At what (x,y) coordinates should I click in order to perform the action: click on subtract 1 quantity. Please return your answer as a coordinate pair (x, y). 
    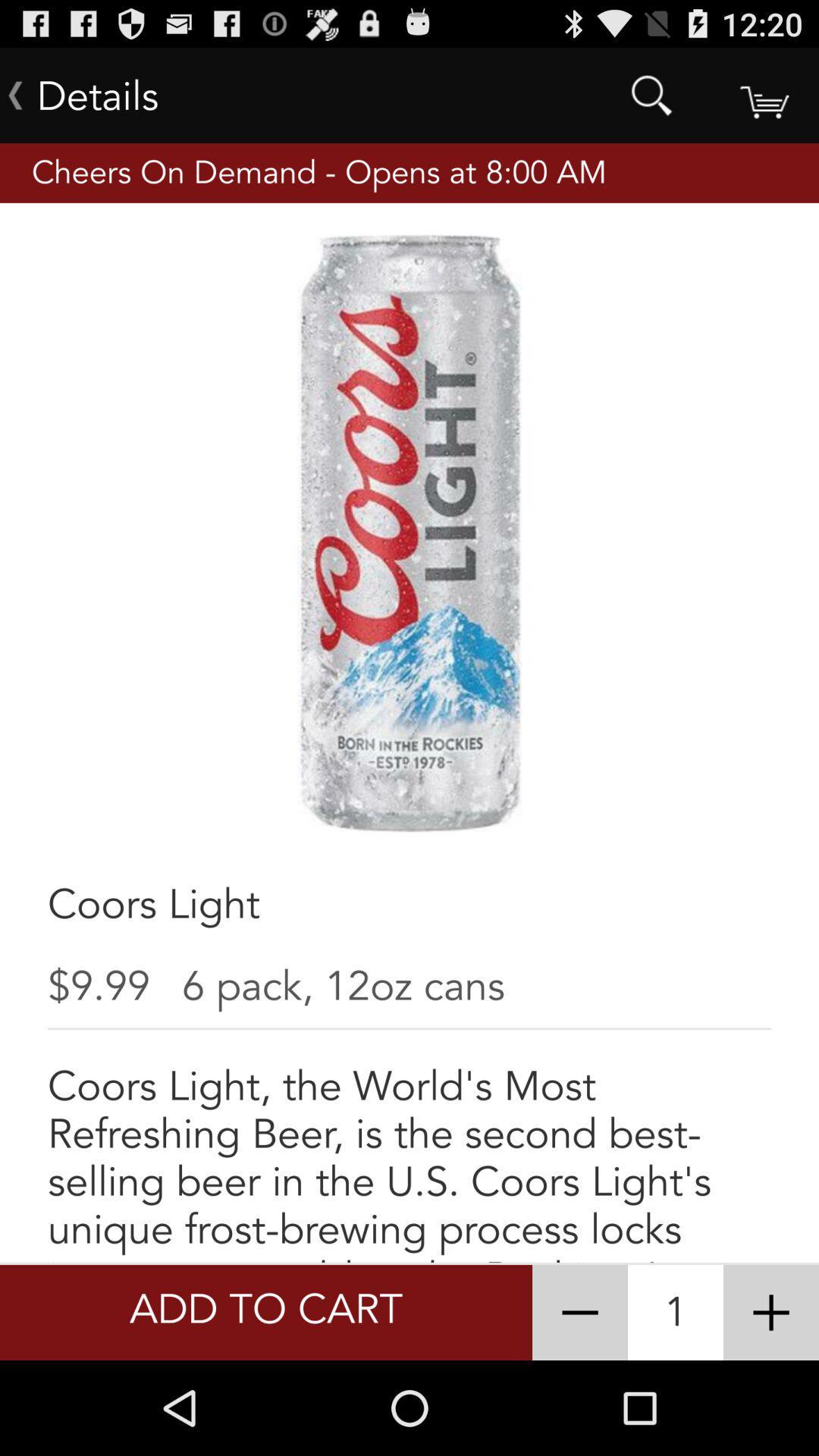
    Looking at the image, I should click on (579, 1312).